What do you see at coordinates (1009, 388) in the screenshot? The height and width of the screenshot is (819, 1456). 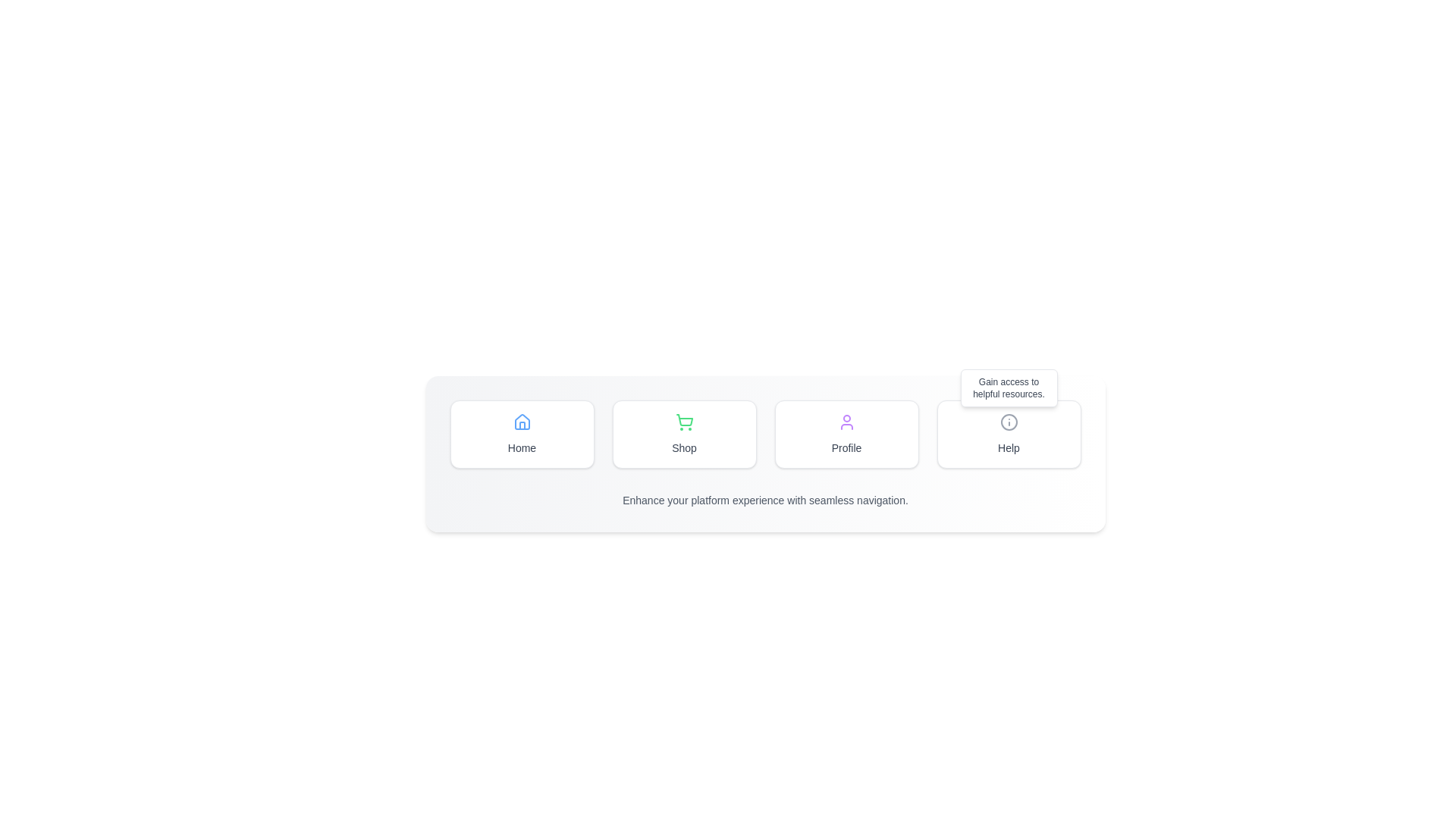 I see `the tooltip or contextual information box that is displayed above the 'Help' button, which features an information icon and the text 'Help.'` at bounding box center [1009, 388].